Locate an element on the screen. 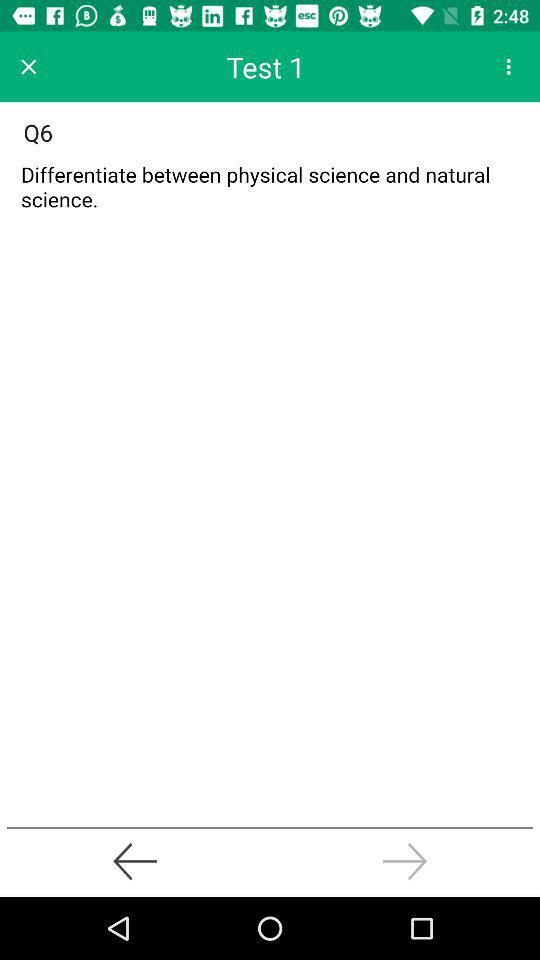 The width and height of the screenshot is (540, 960). more options turned on is located at coordinates (508, 66).